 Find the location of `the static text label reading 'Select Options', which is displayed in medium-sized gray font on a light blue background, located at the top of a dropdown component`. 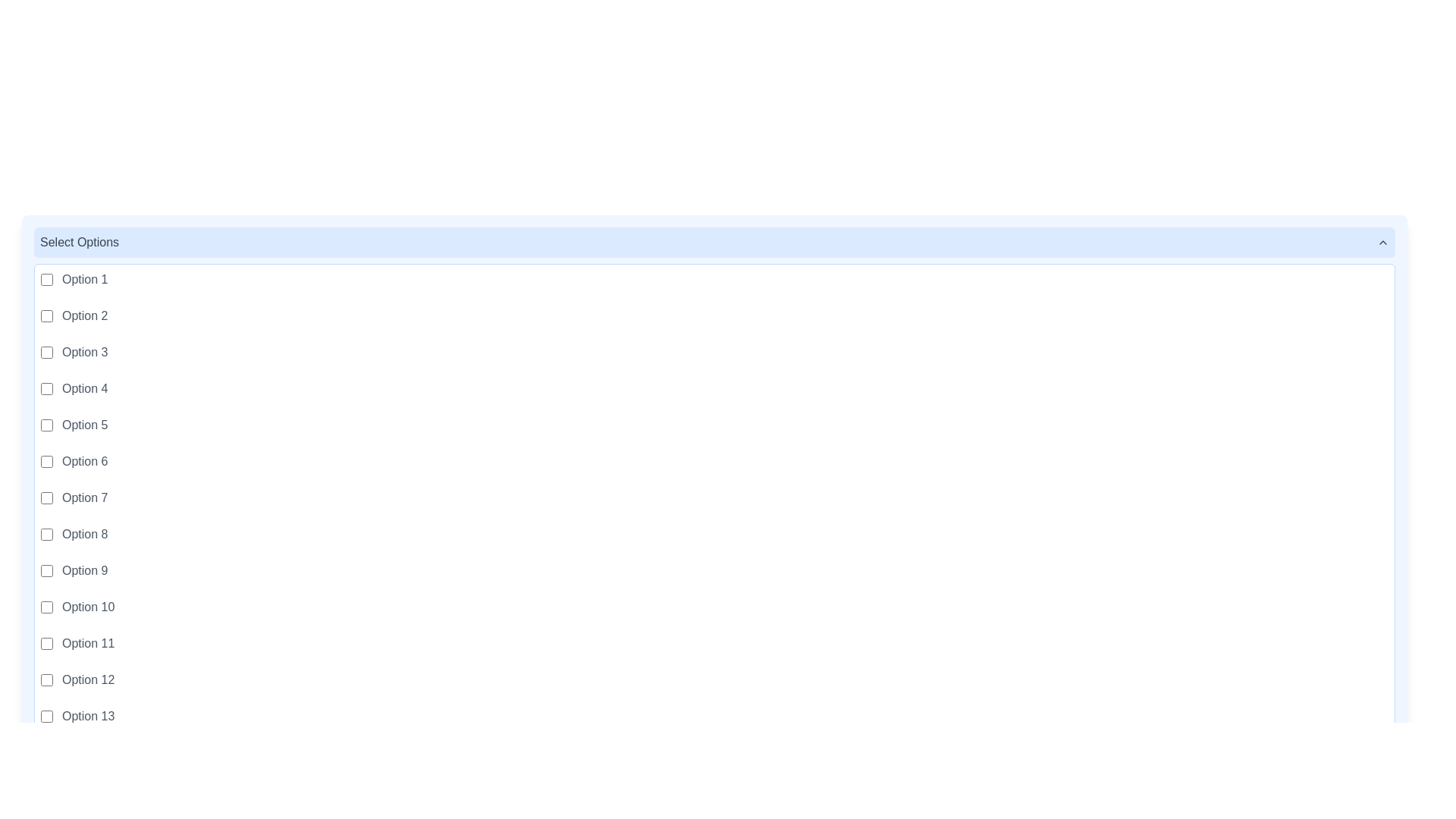

the static text label reading 'Select Options', which is displayed in medium-sized gray font on a light blue background, located at the top of a dropdown component is located at coordinates (79, 242).